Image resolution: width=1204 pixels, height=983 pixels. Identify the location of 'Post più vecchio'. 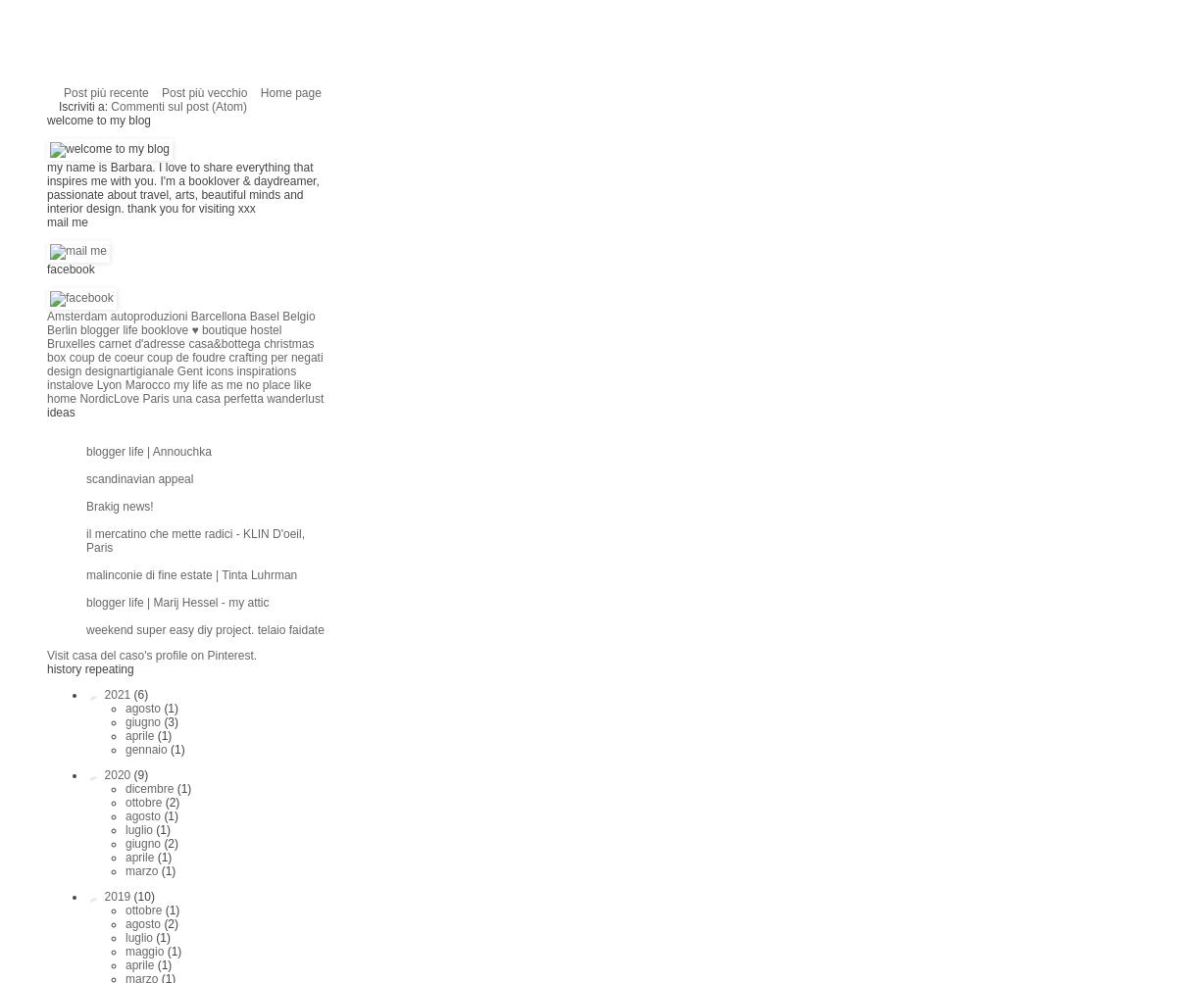
(161, 91).